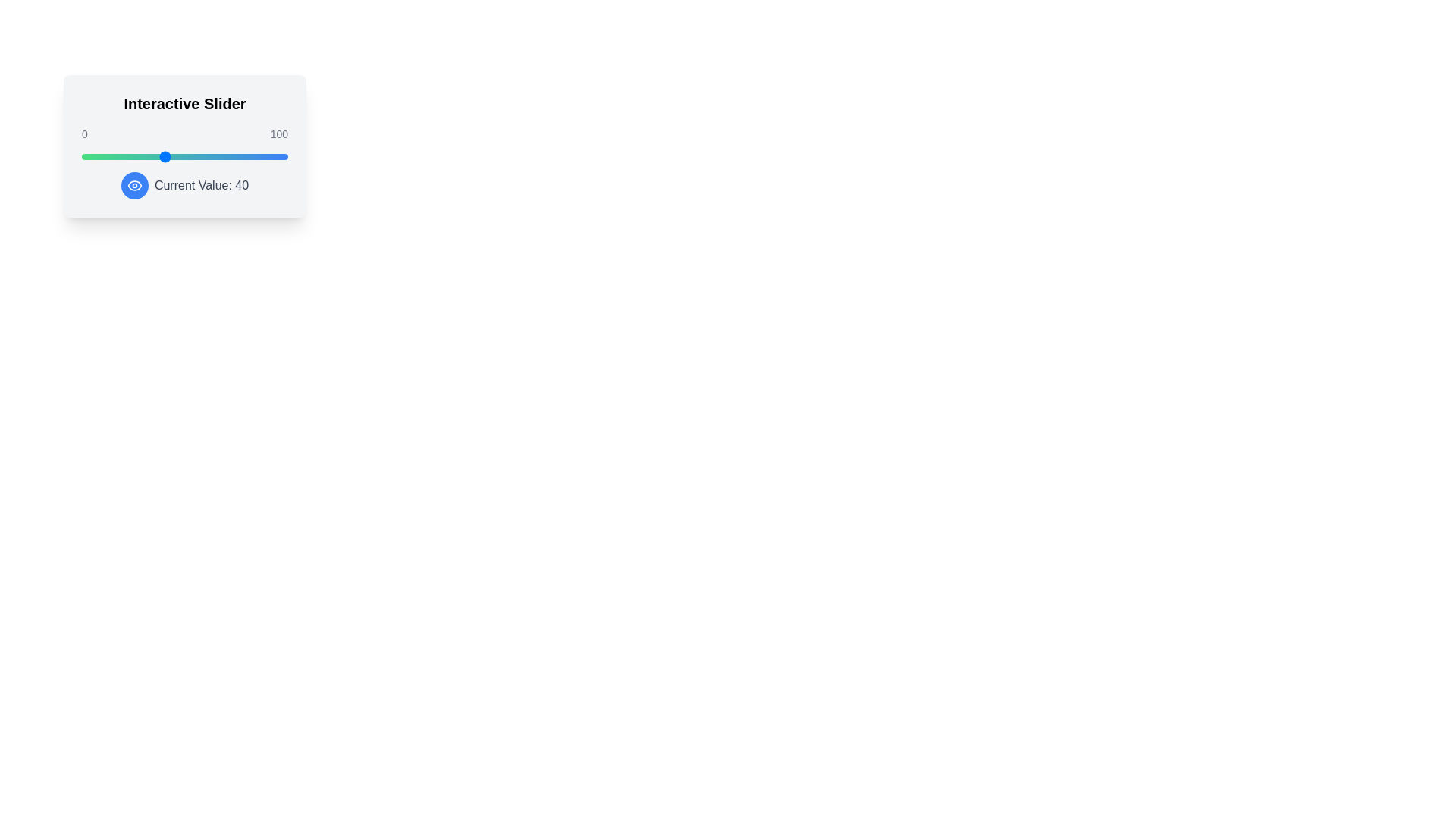 This screenshot has width=1456, height=819. I want to click on the slider to set its value to 4, so click(89, 157).